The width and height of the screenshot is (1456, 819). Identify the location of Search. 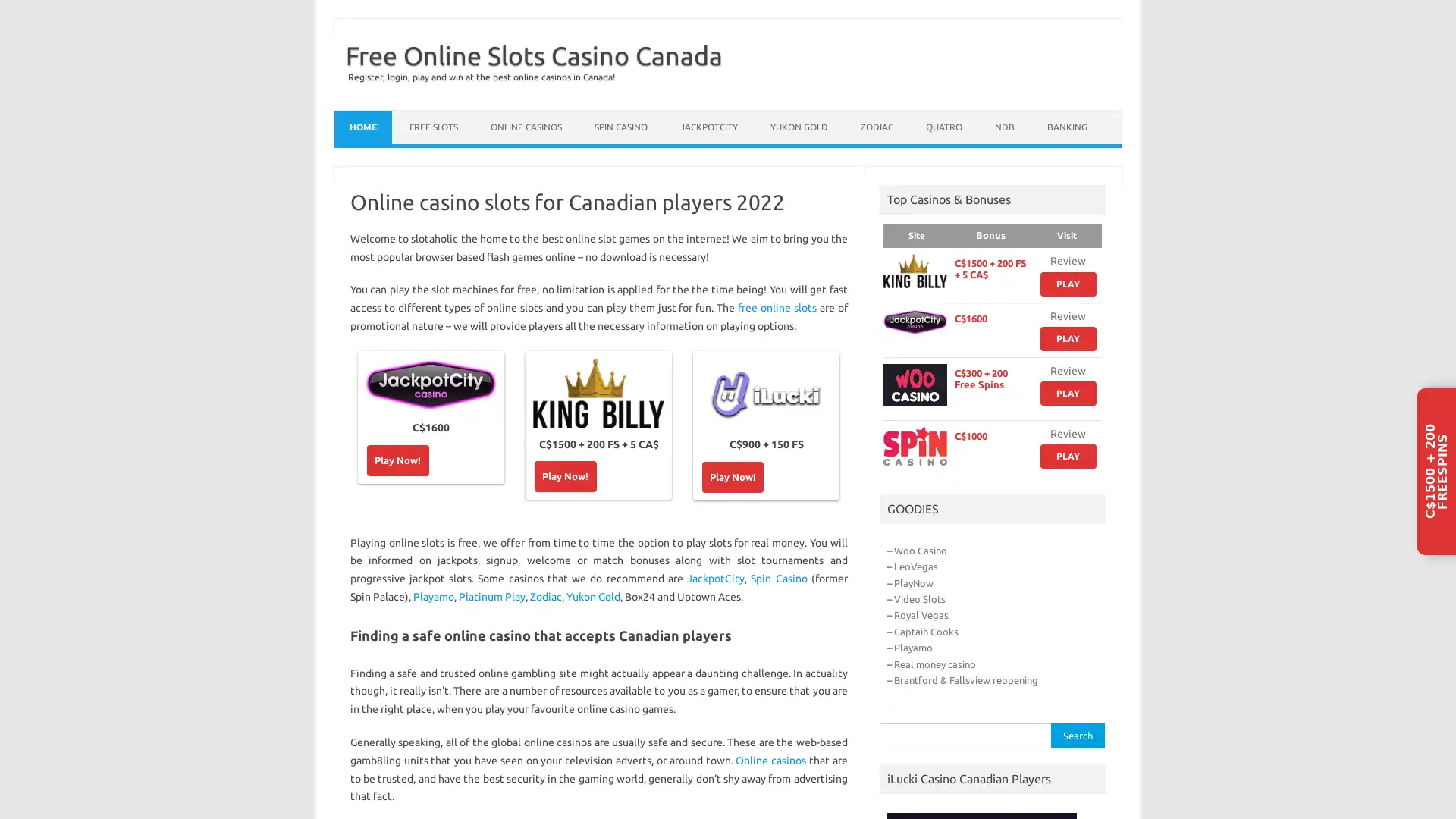
(1076, 735).